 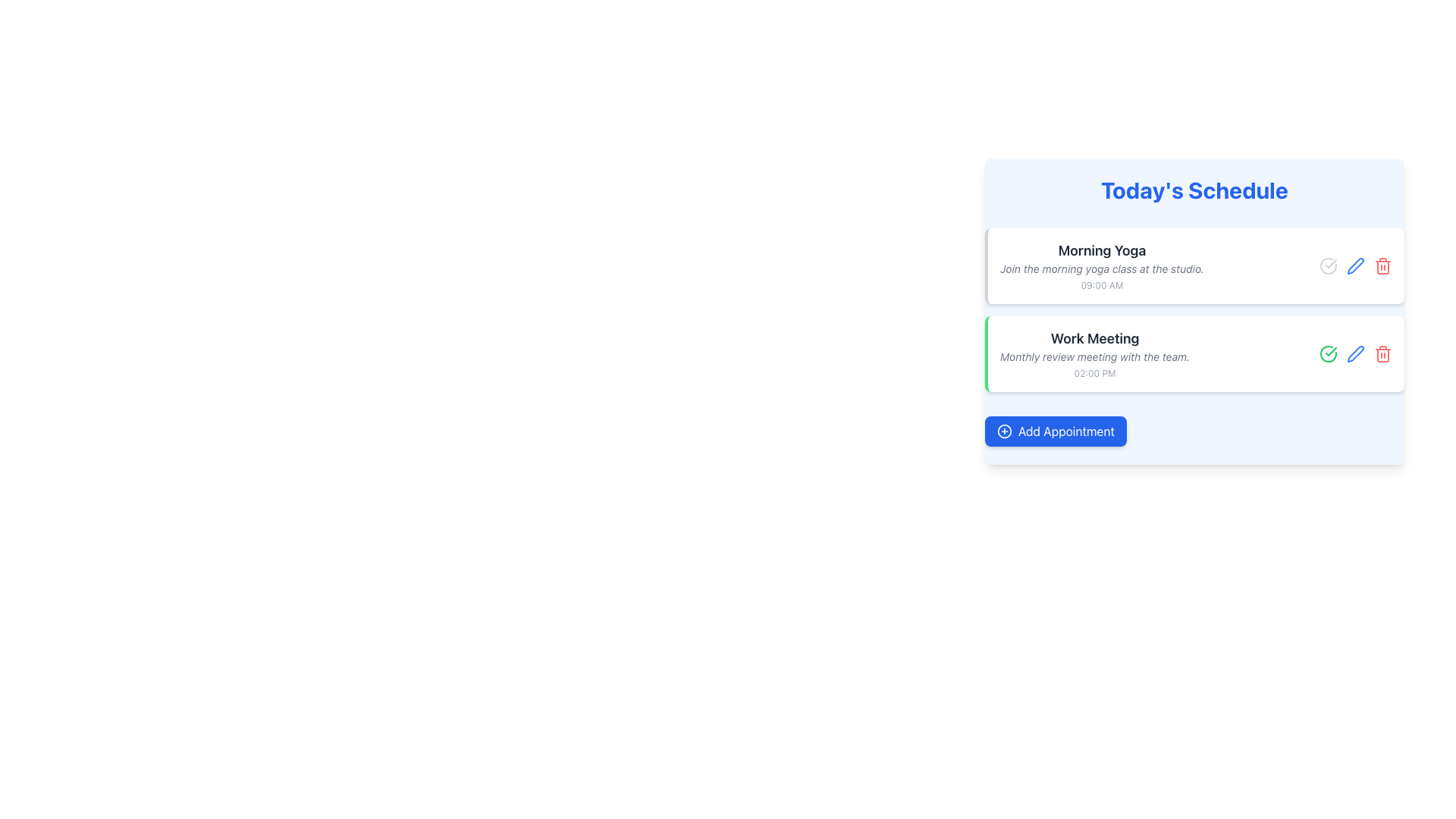 What do you see at coordinates (1095, 374) in the screenshot?
I see `the Text Label displaying '02:00 PM' which is located below the description of the 'Work Meeting' agenda item` at bounding box center [1095, 374].